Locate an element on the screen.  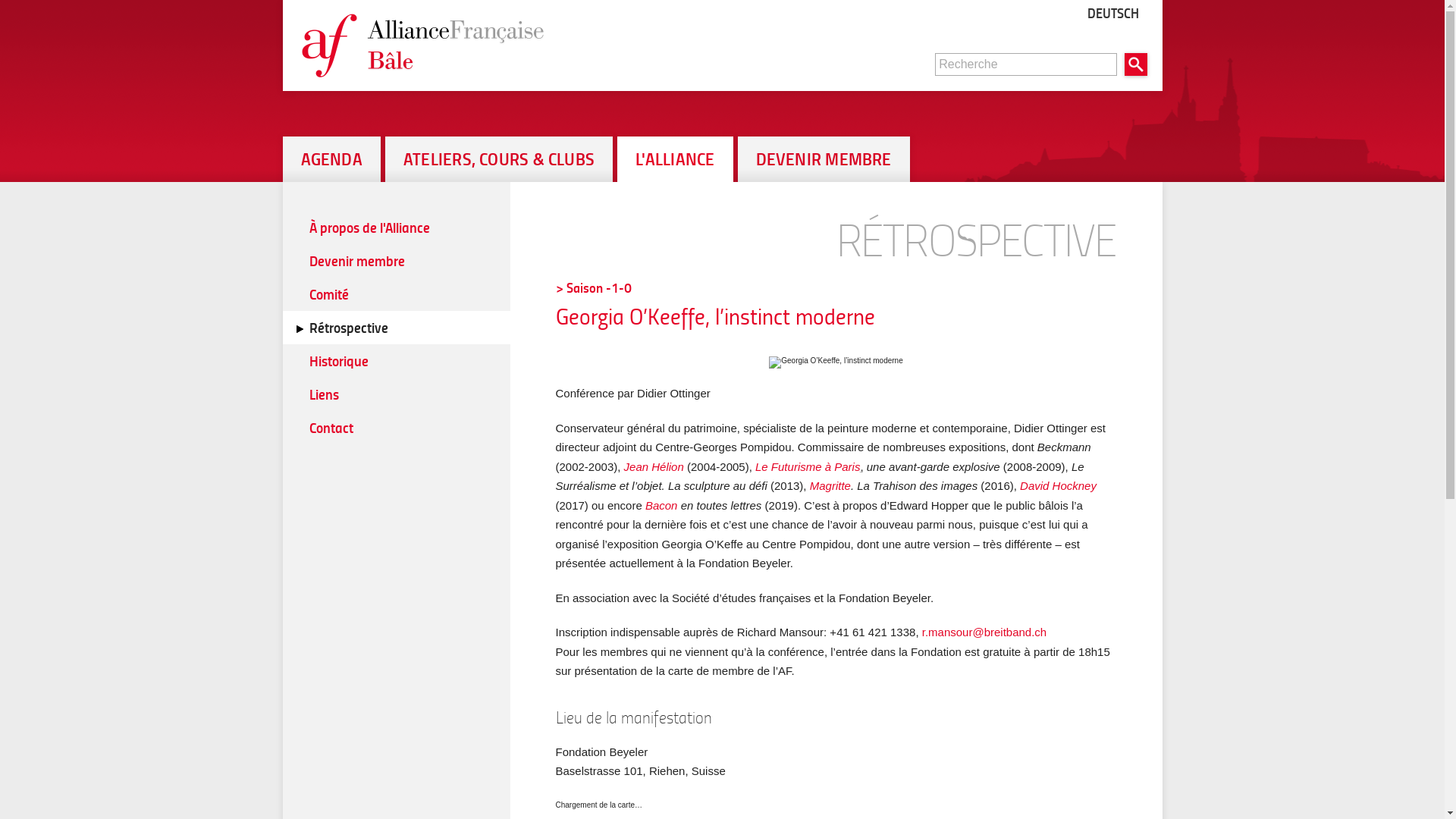
'ATELIERS, COURS & CLUBS' is located at coordinates (498, 158).